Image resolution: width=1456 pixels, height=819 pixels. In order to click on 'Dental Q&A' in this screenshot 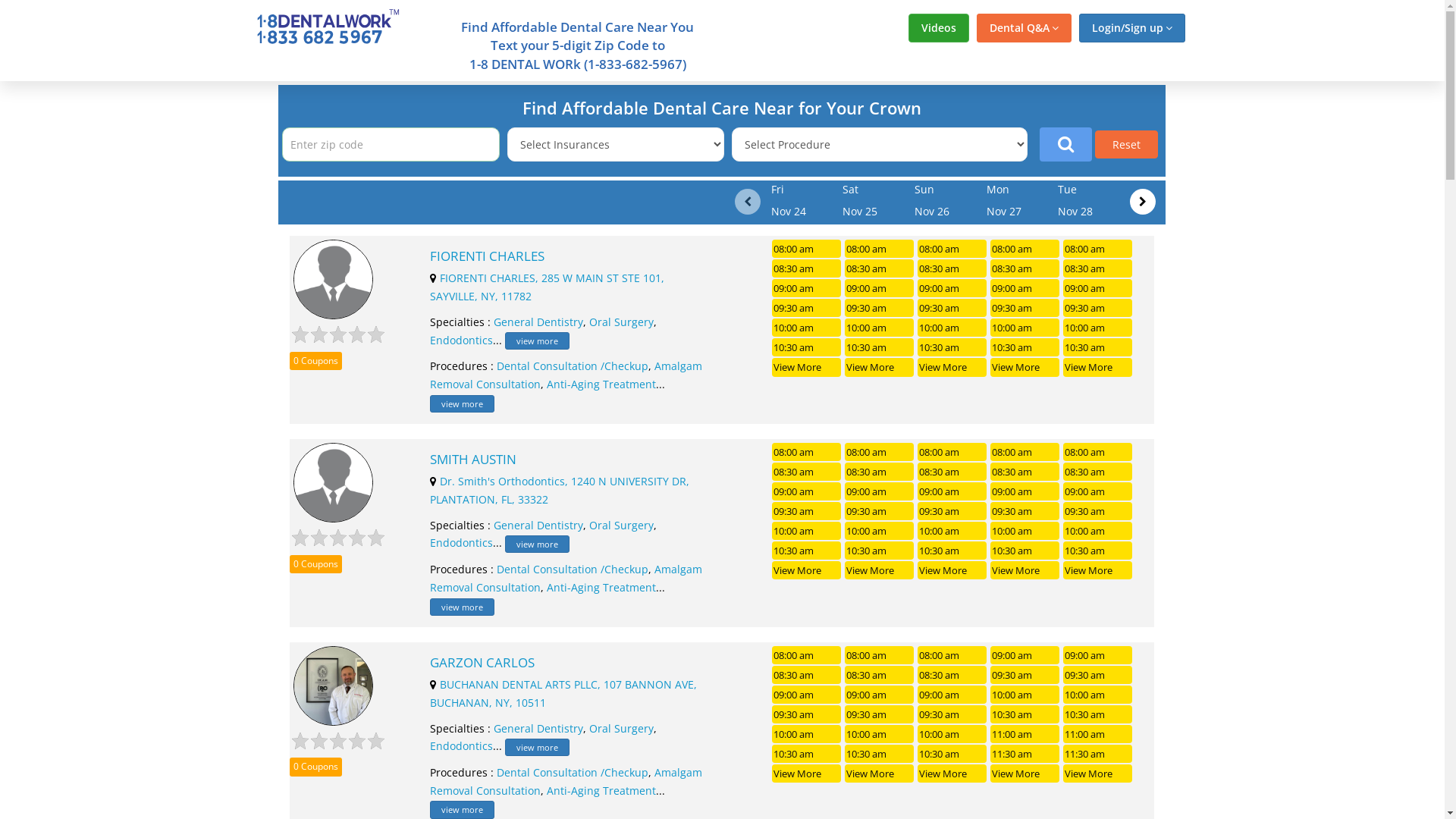, I will do `click(1024, 28)`.